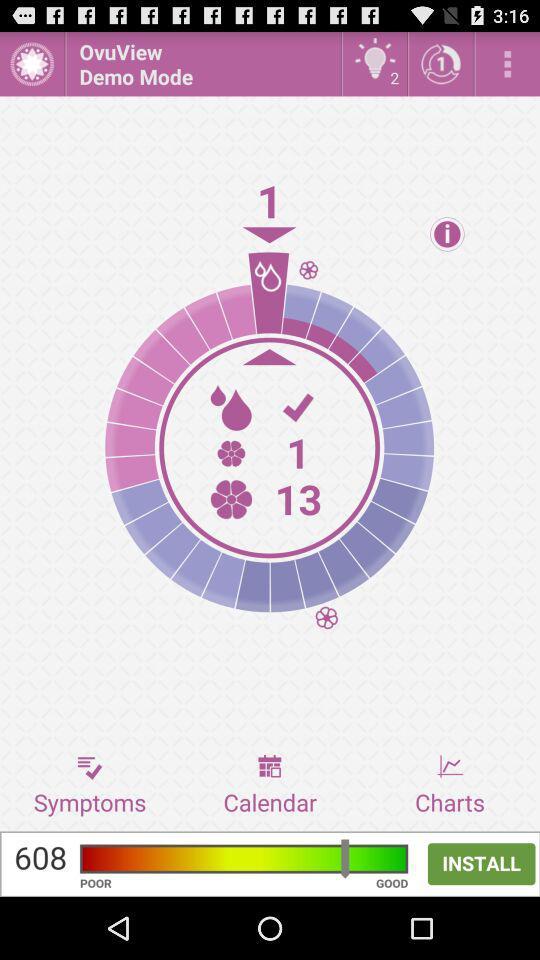  What do you see at coordinates (507, 63) in the screenshot?
I see `open the settings` at bounding box center [507, 63].